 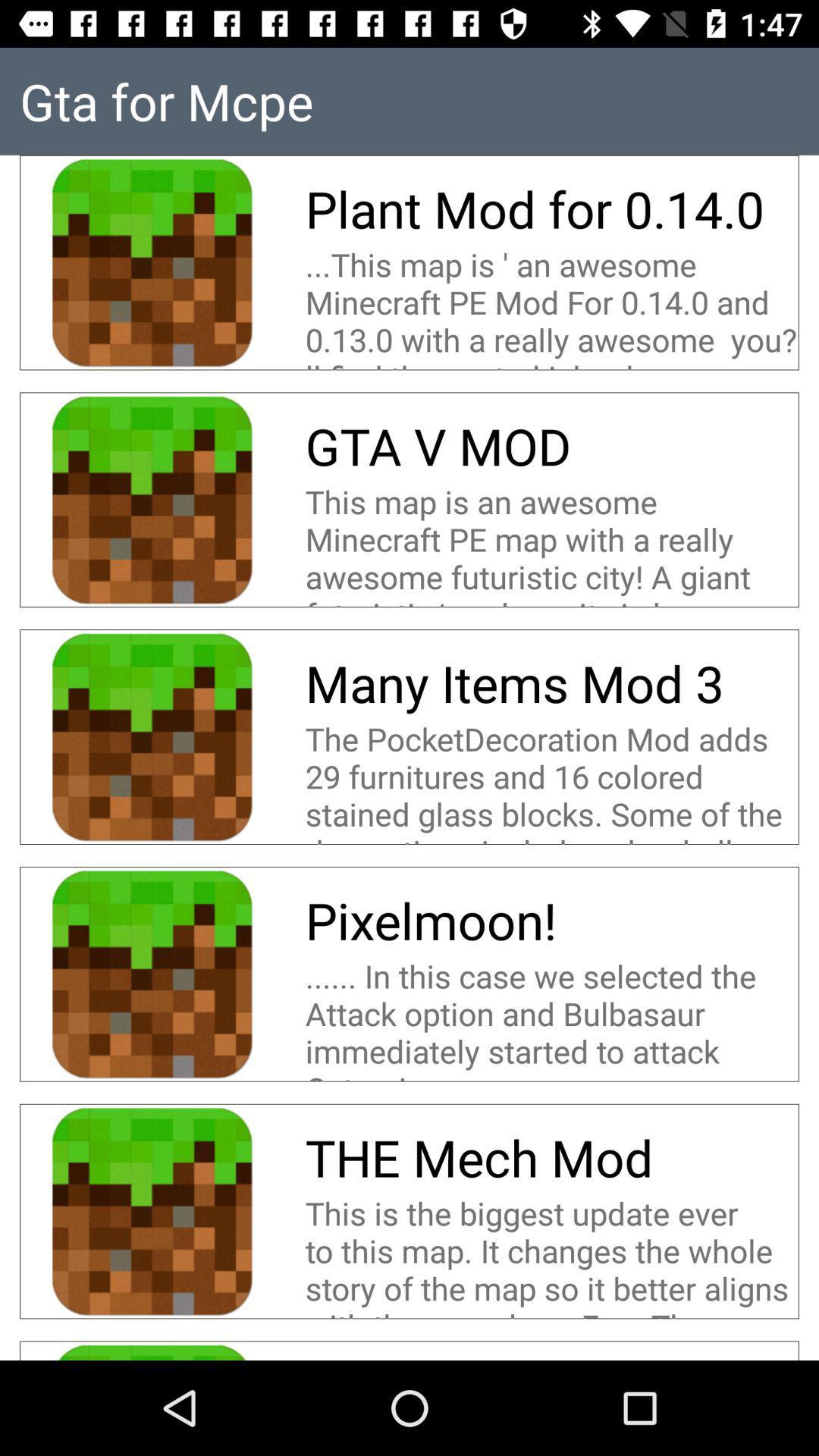 What do you see at coordinates (431, 919) in the screenshot?
I see `icon above the in this case item` at bounding box center [431, 919].